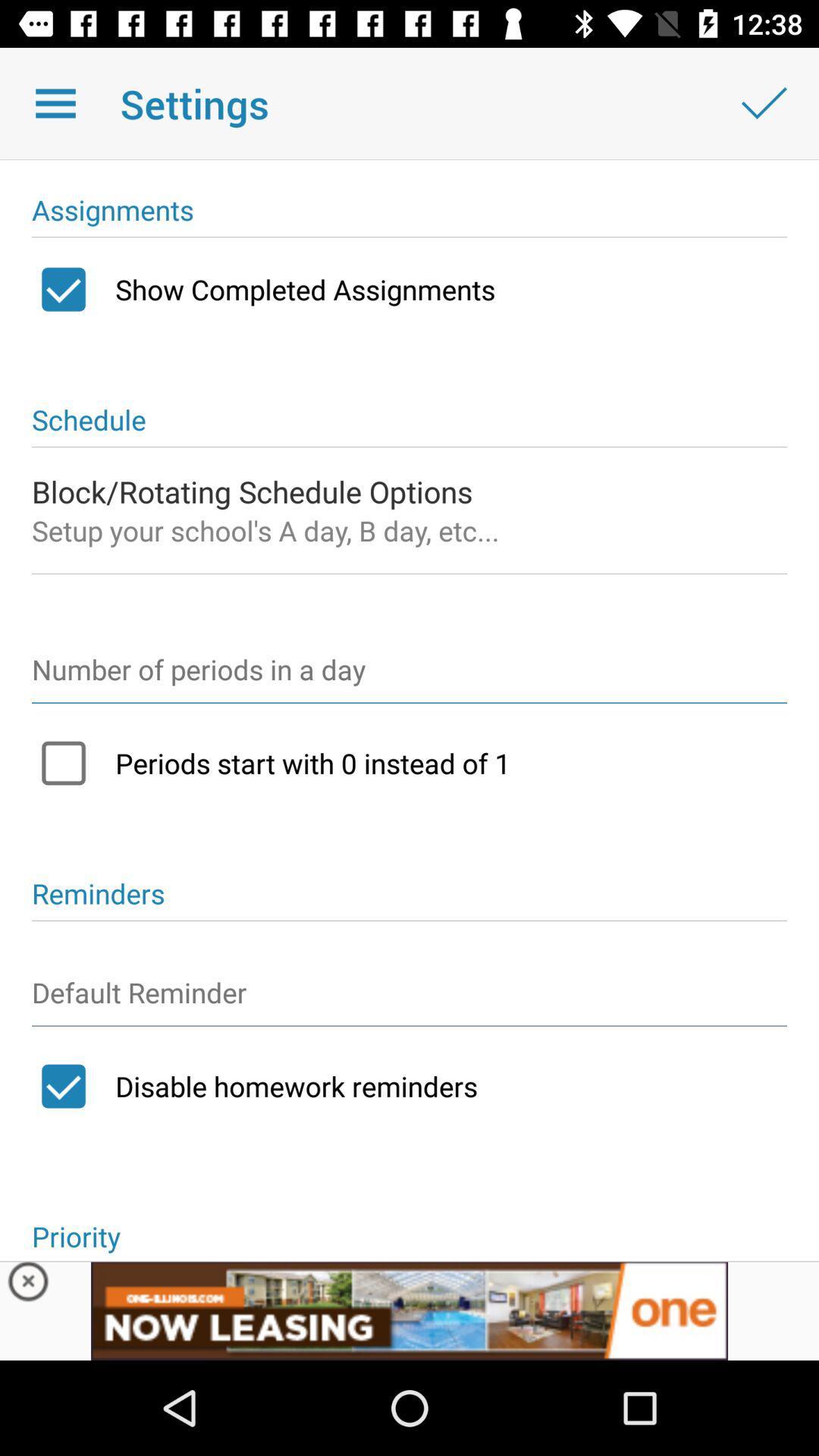 The image size is (819, 1456). What do you see at coordinates (28, 1285) in the screenshot?
I see `advertisement` at bounding box center [28, 1285].